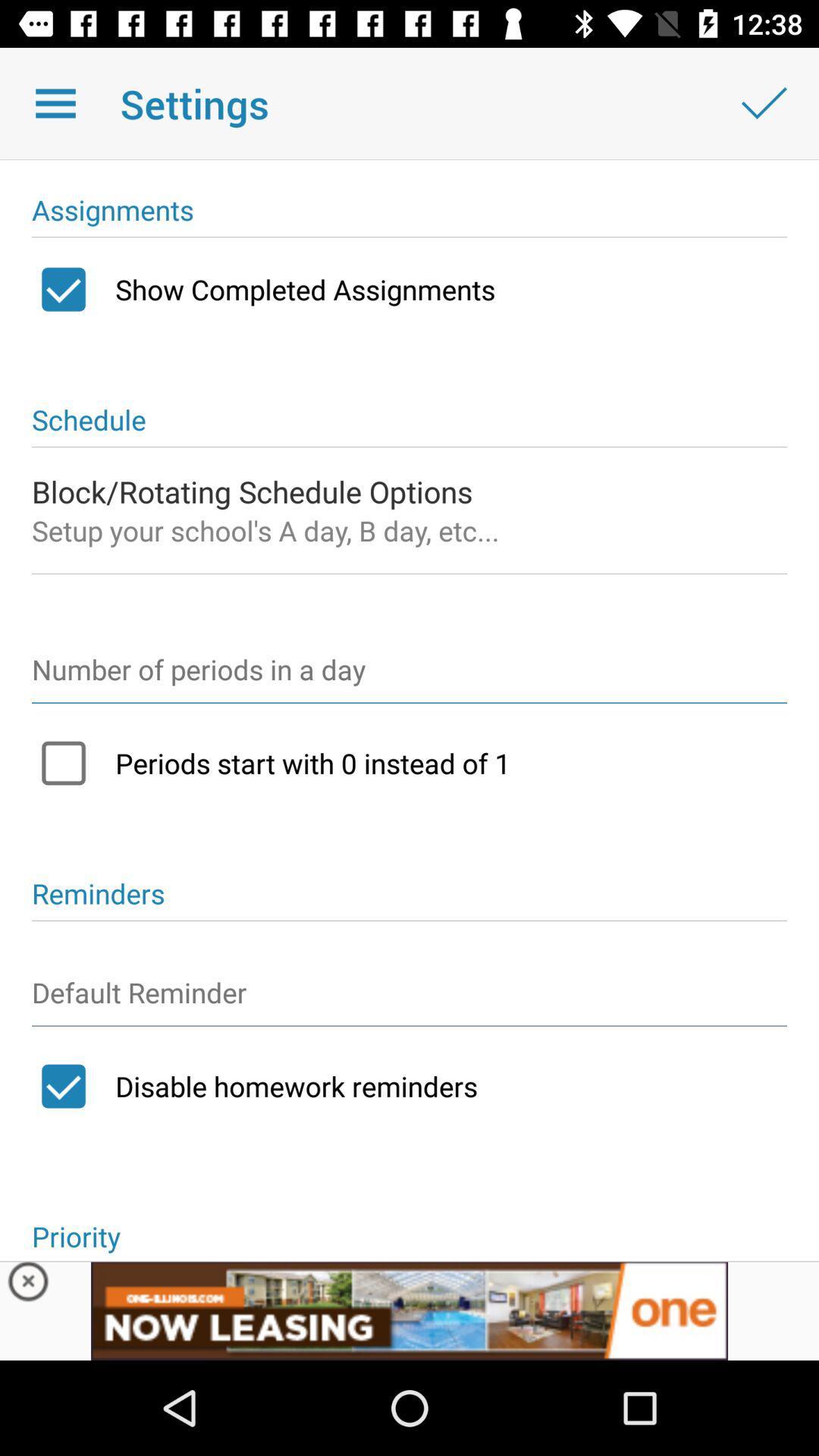 The image size is (819, 1456). What do you see at coordinates (28, 1285) in the screenshot?
I see `advertisement` at bounding box center [28, 1285].